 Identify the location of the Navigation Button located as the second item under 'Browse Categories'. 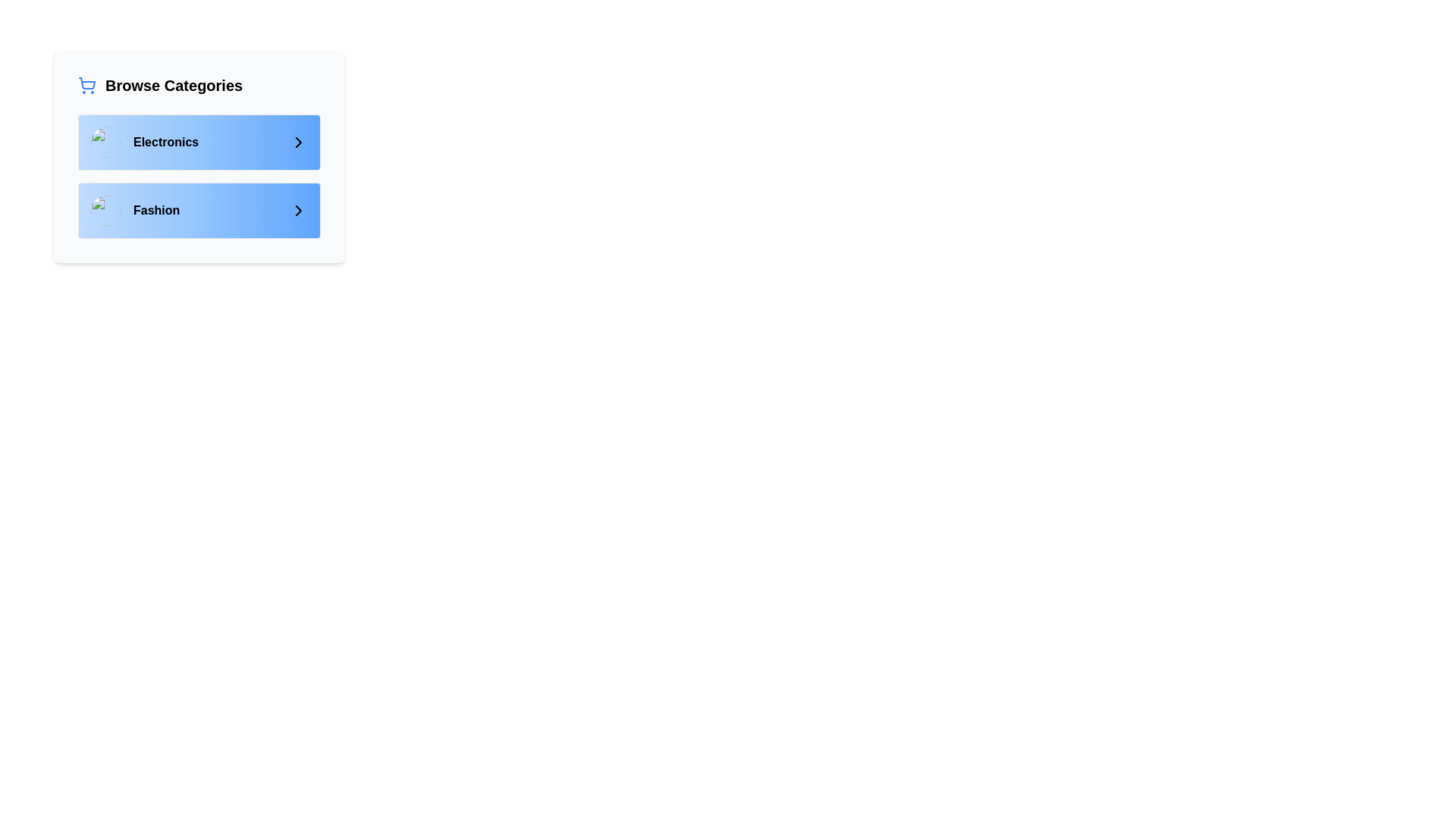
(199, 210).